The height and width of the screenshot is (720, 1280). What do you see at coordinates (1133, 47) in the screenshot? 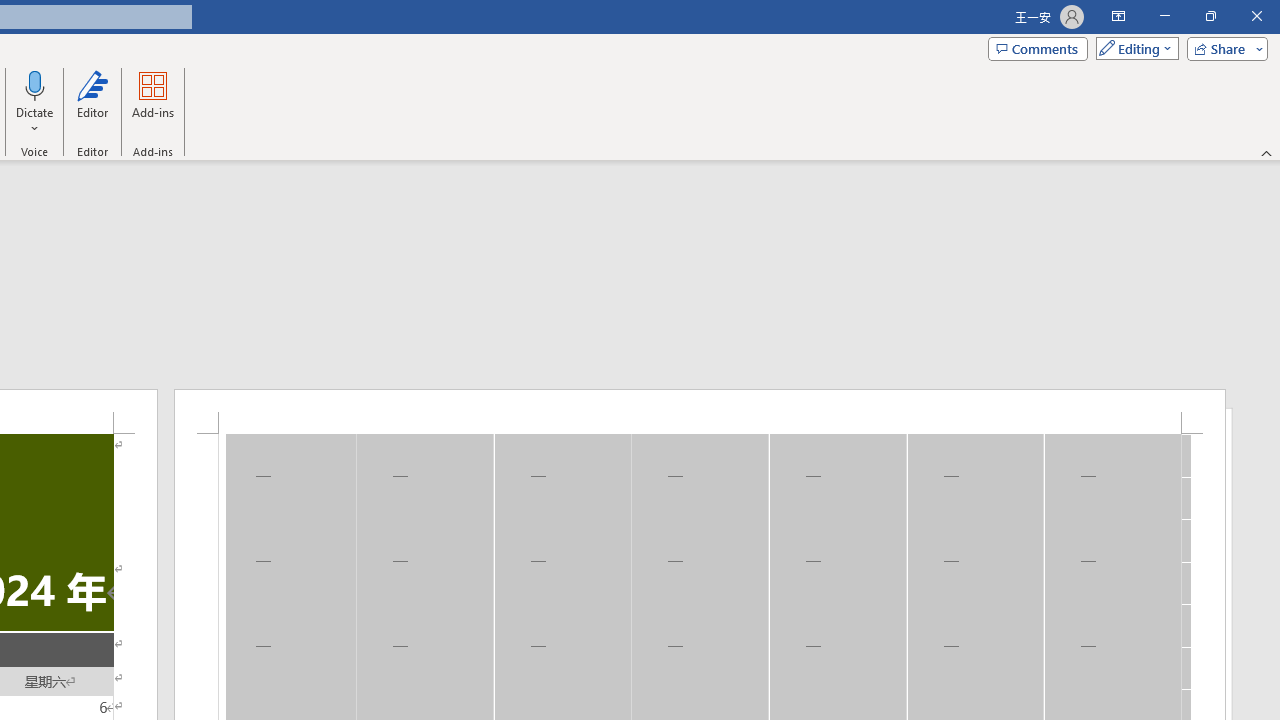
I see `'Mode'` at bounding box center [1133, 47].